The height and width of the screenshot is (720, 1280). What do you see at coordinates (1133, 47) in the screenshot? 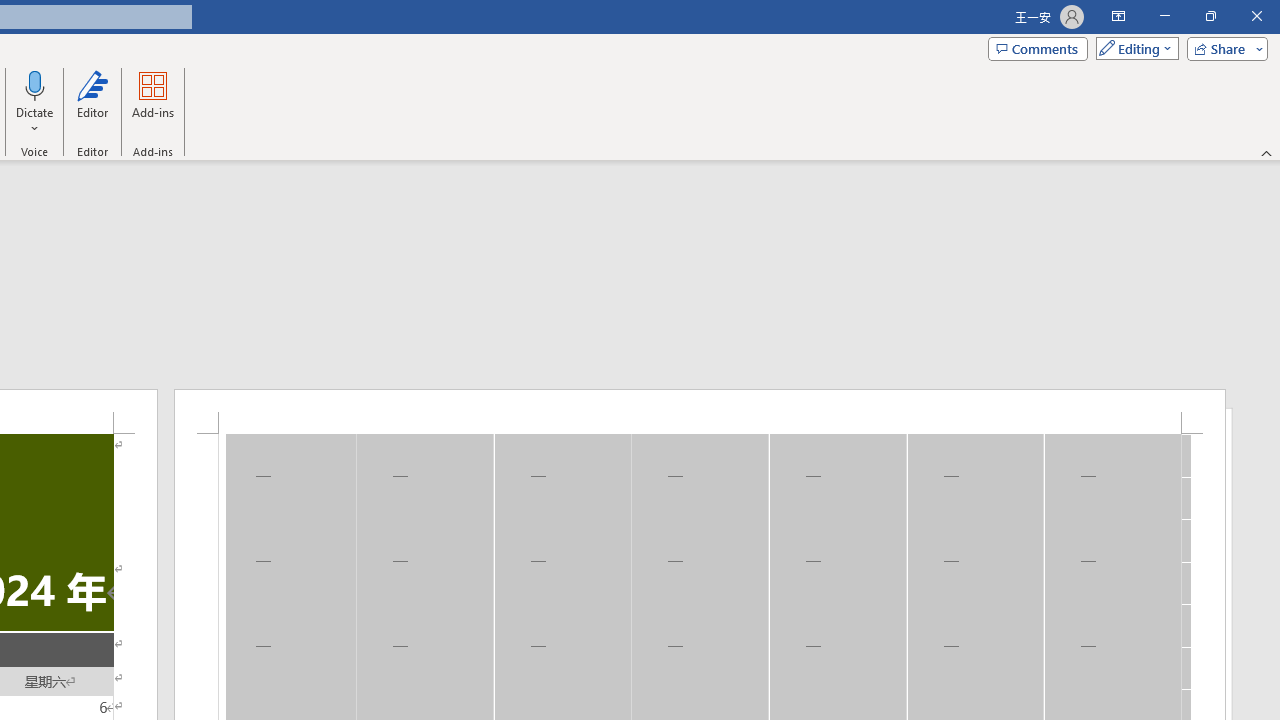
I see `'Mode'` at bounding box center [1133, 47].